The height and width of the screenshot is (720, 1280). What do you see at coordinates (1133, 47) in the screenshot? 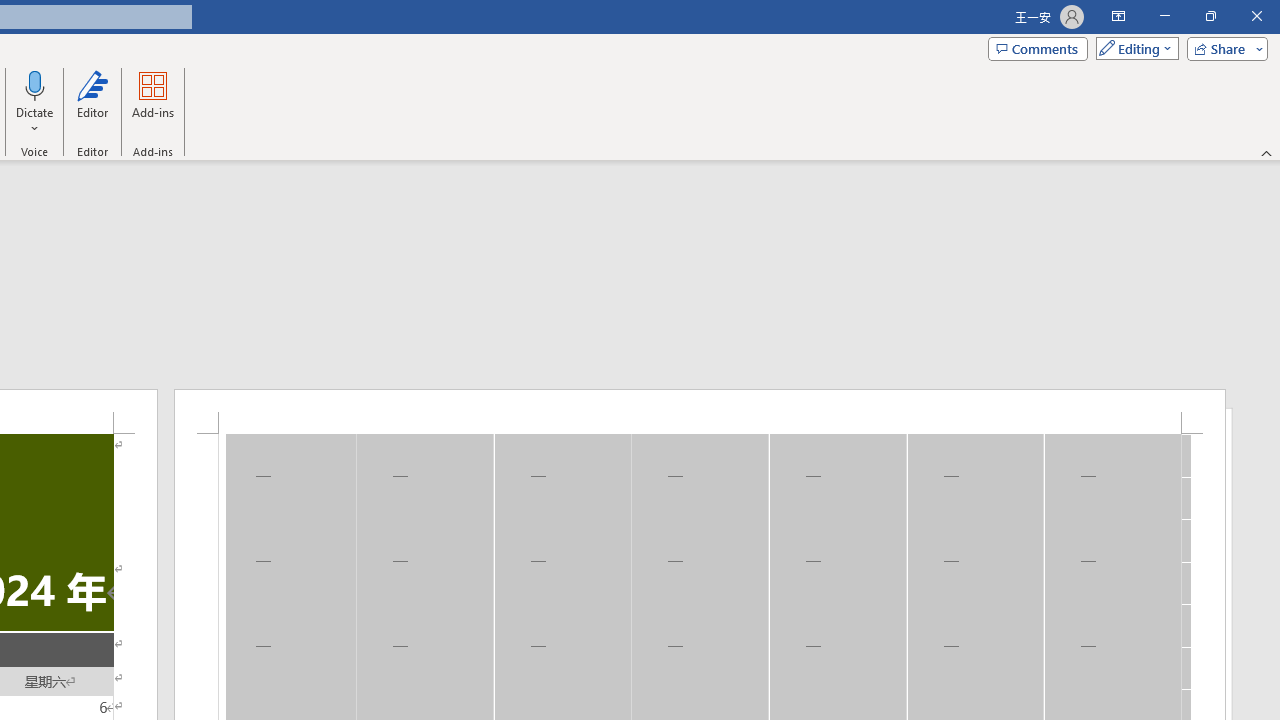
I see `'Mode'` at bounding box center [1133, 47].